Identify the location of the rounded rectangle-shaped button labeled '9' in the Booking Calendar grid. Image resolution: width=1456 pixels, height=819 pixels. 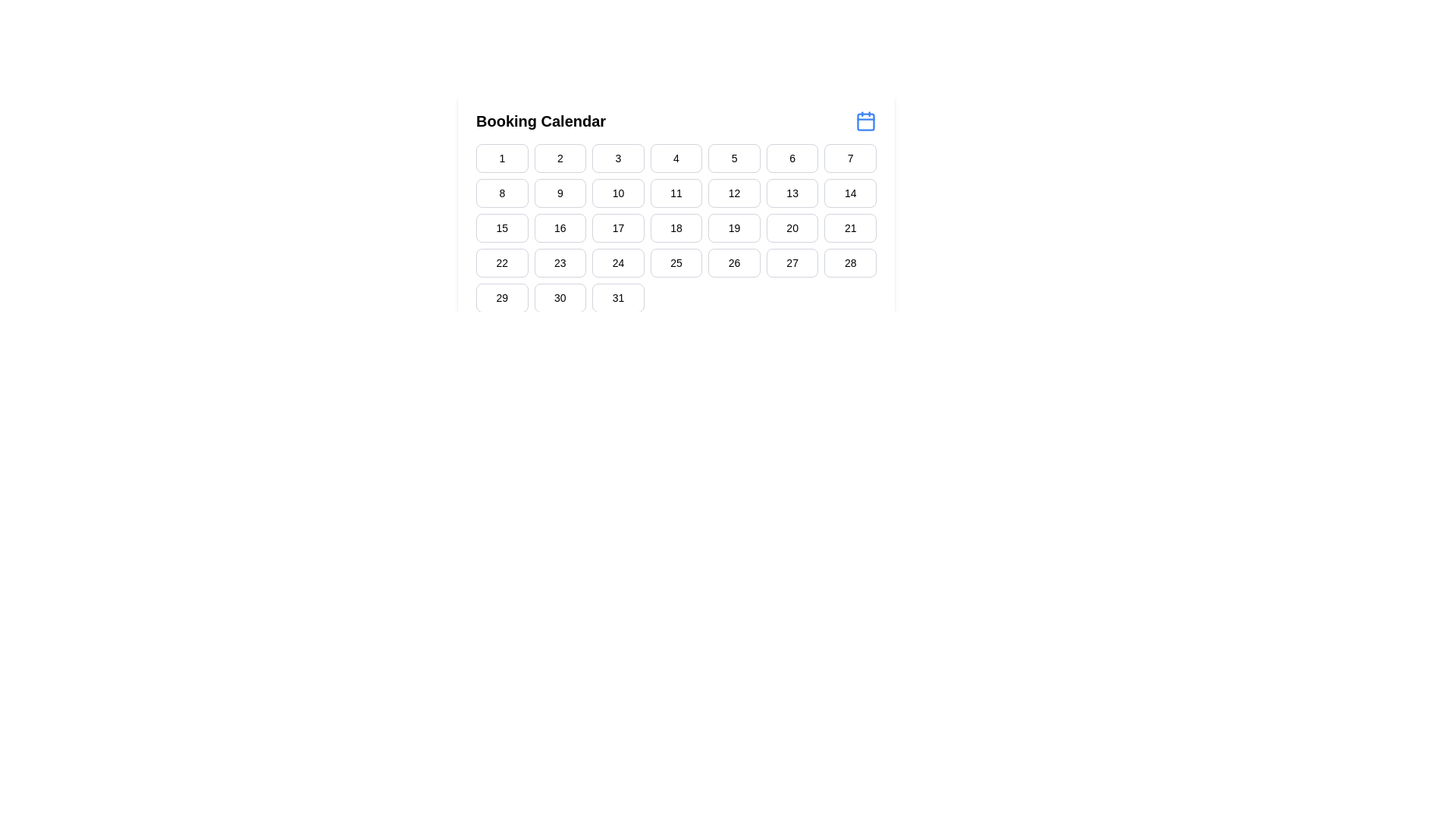
(559, 192).